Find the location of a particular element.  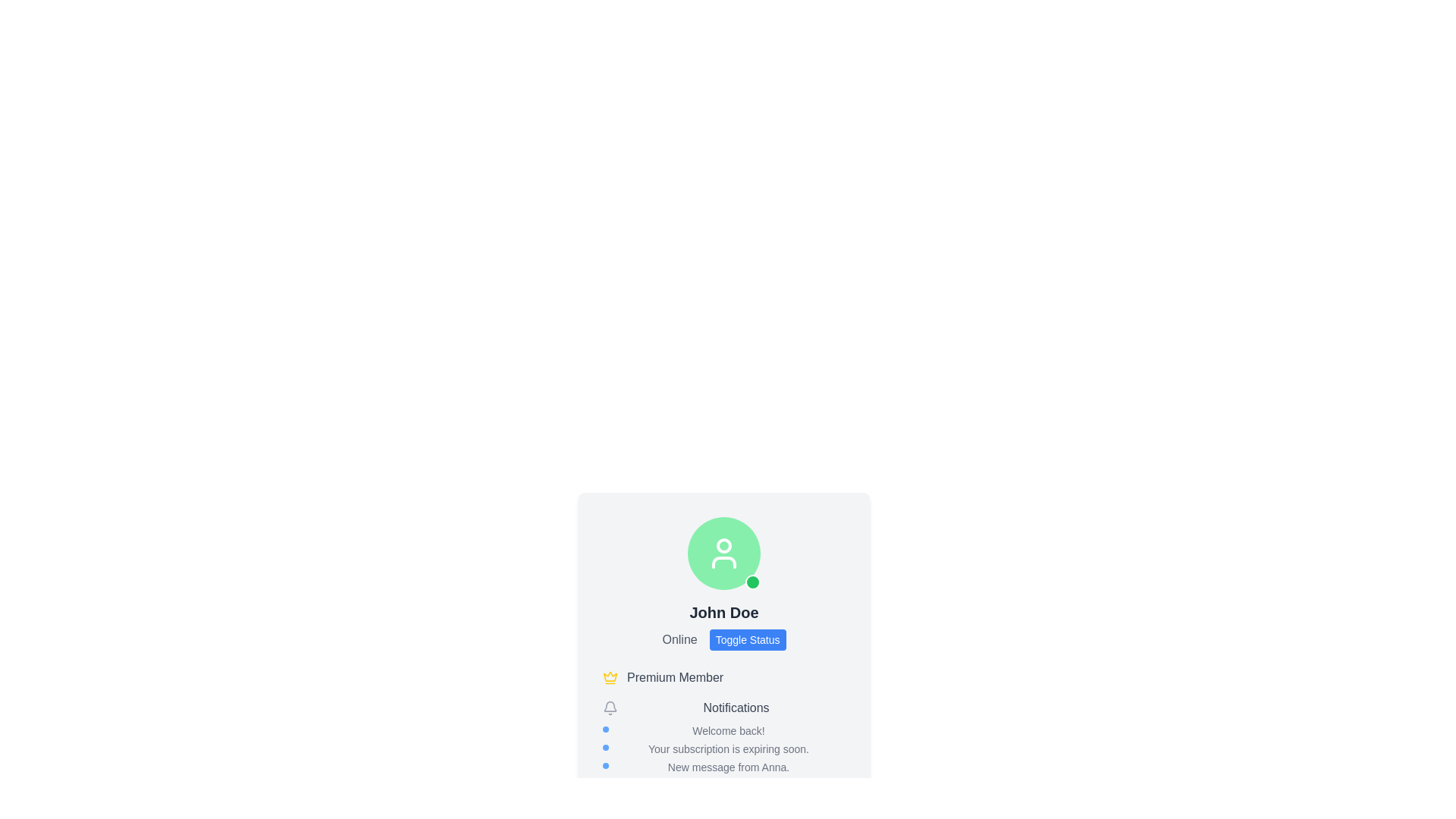

the notification indicating a new message from user Anna is located at coordinates (723, 767).